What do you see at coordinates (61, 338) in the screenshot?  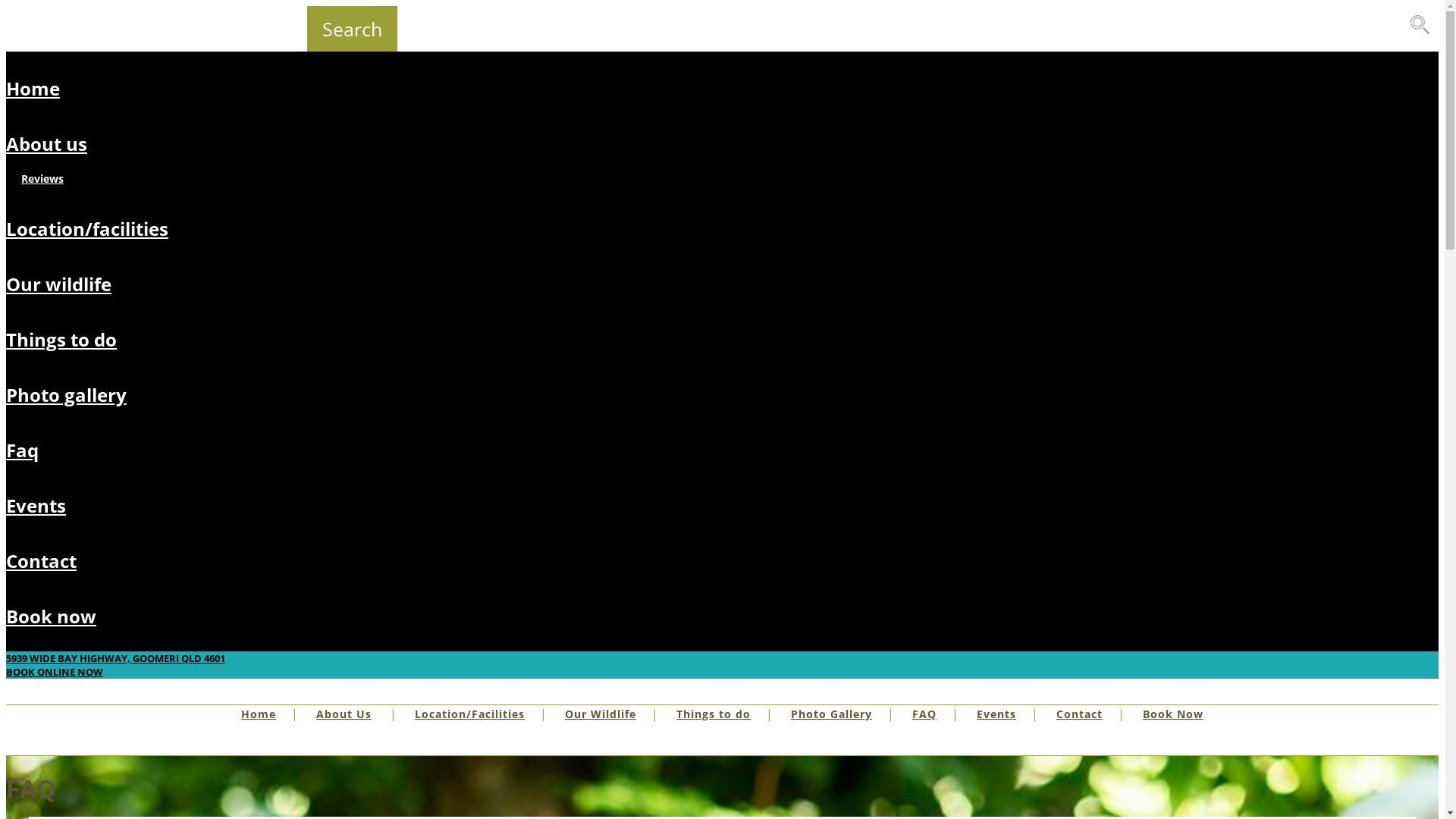 I see `'things to do'` at bounding box center [61, 338].